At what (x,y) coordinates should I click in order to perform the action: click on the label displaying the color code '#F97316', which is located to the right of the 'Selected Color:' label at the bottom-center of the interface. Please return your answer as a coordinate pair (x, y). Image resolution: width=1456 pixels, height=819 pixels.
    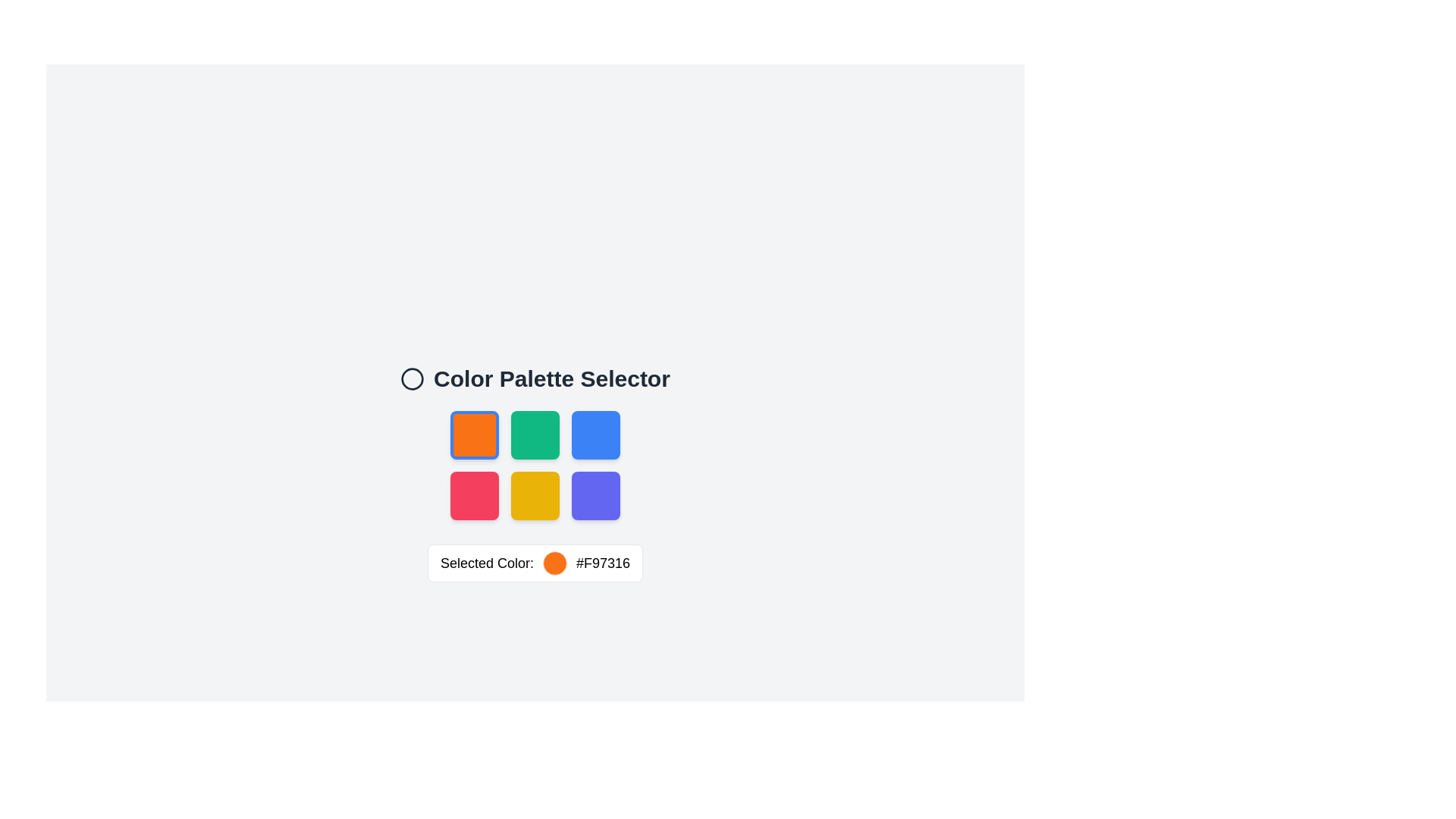
    Looking at the image, I should click on (602, 563).